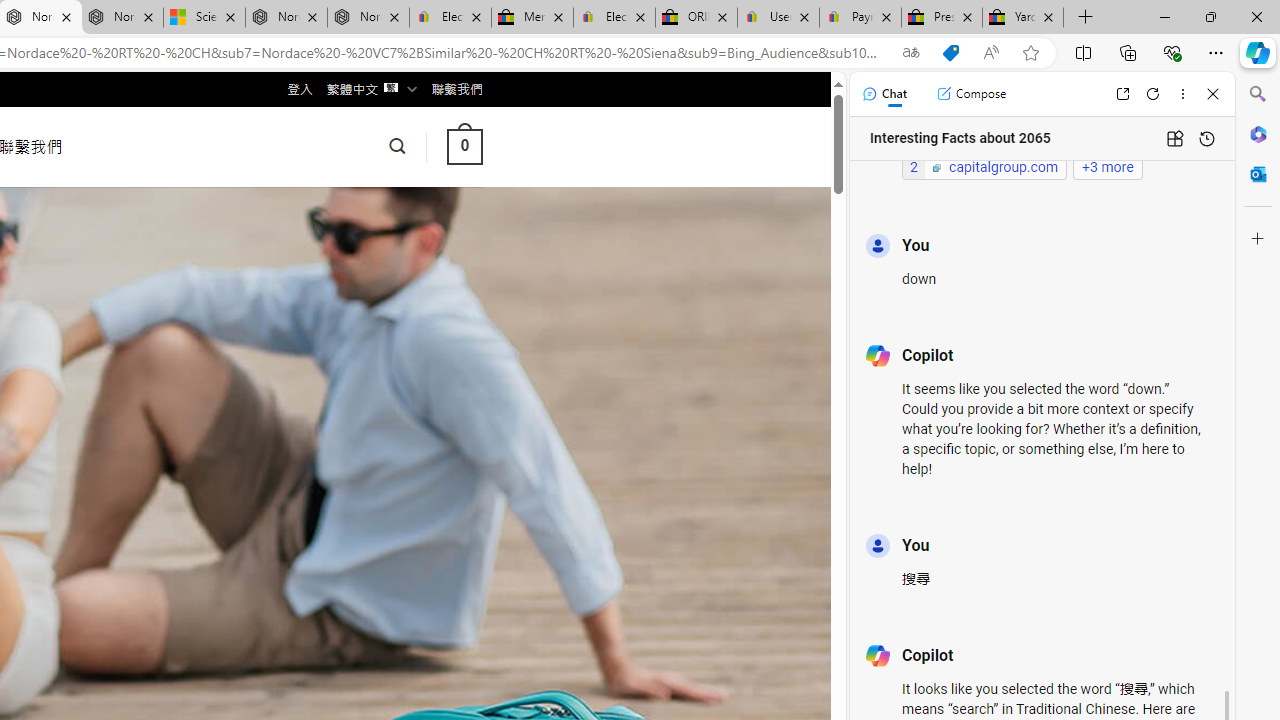  Describe the element at coordinates (777, 17) in the screenshot. I see `'User Privacy Notice | eBay'` at that location.